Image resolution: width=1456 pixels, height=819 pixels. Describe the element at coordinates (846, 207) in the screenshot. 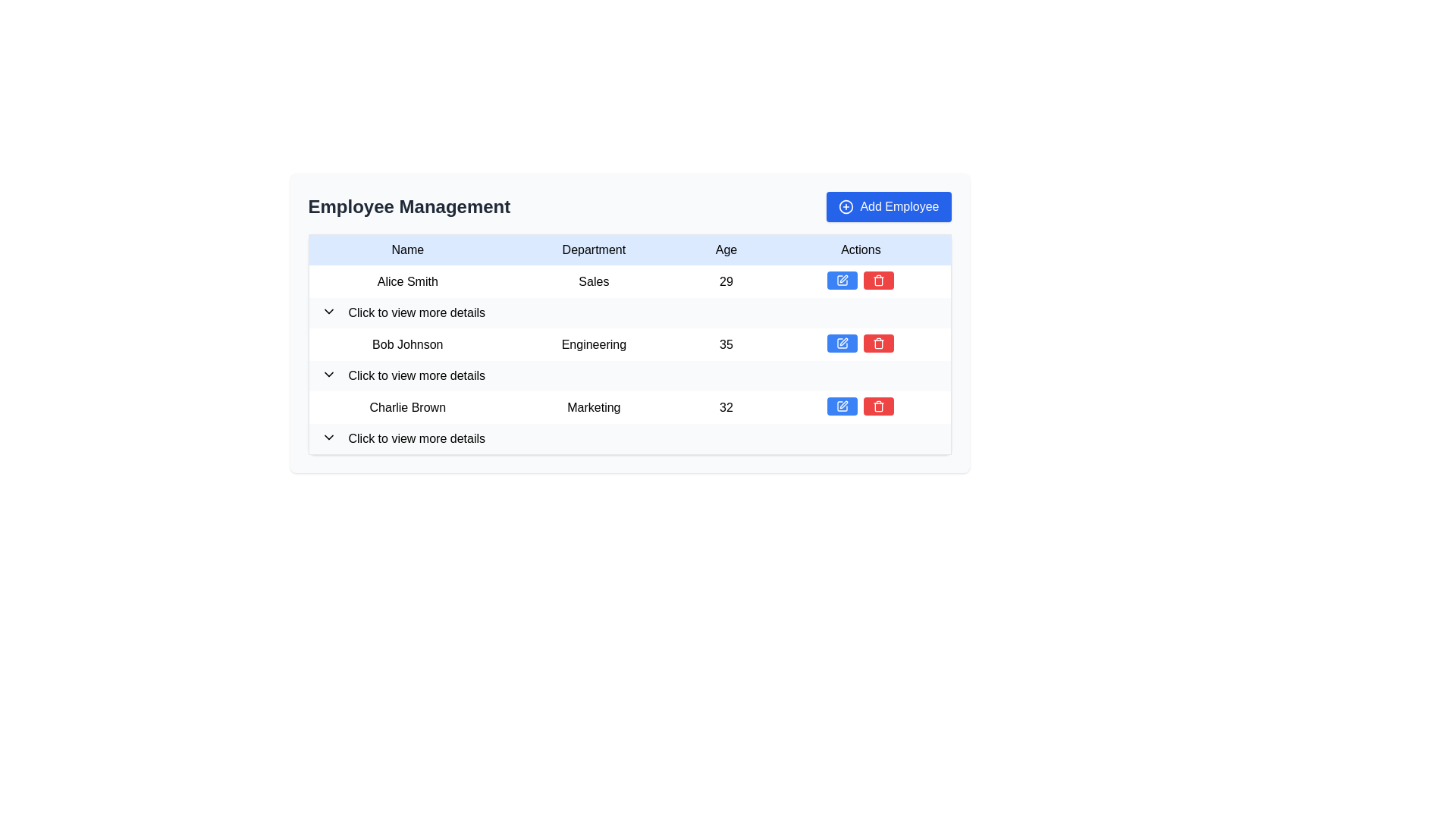

I see `the circular decorative icon within the 'Add Employee' button located at the top-right corner of the application interface` at that location.